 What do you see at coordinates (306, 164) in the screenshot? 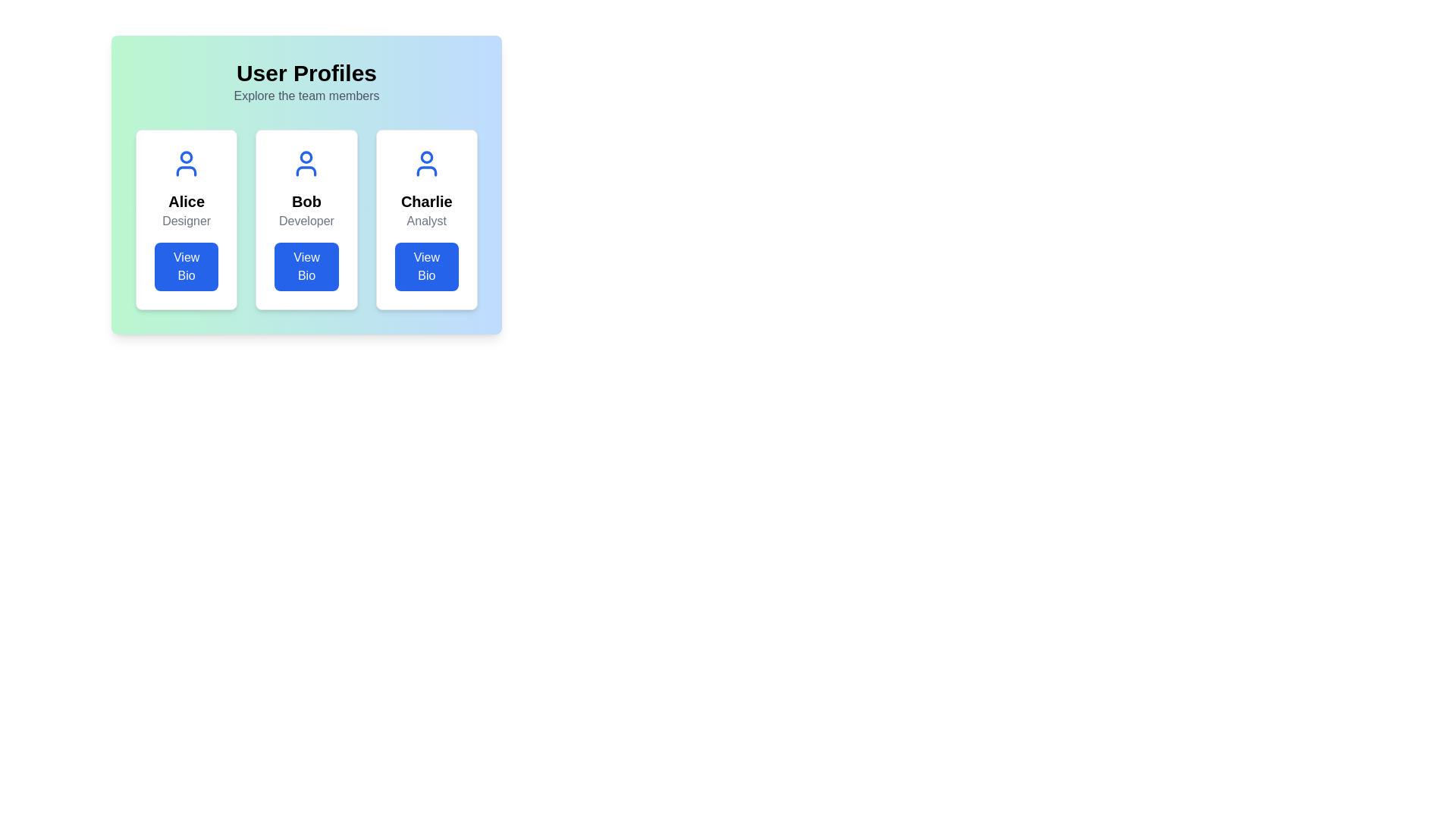
I see `the user profile icon representing 'Bob', located in the central card under the 'User Profiles' header and above the 'View Bio' button` at bounding box center [306, 164].